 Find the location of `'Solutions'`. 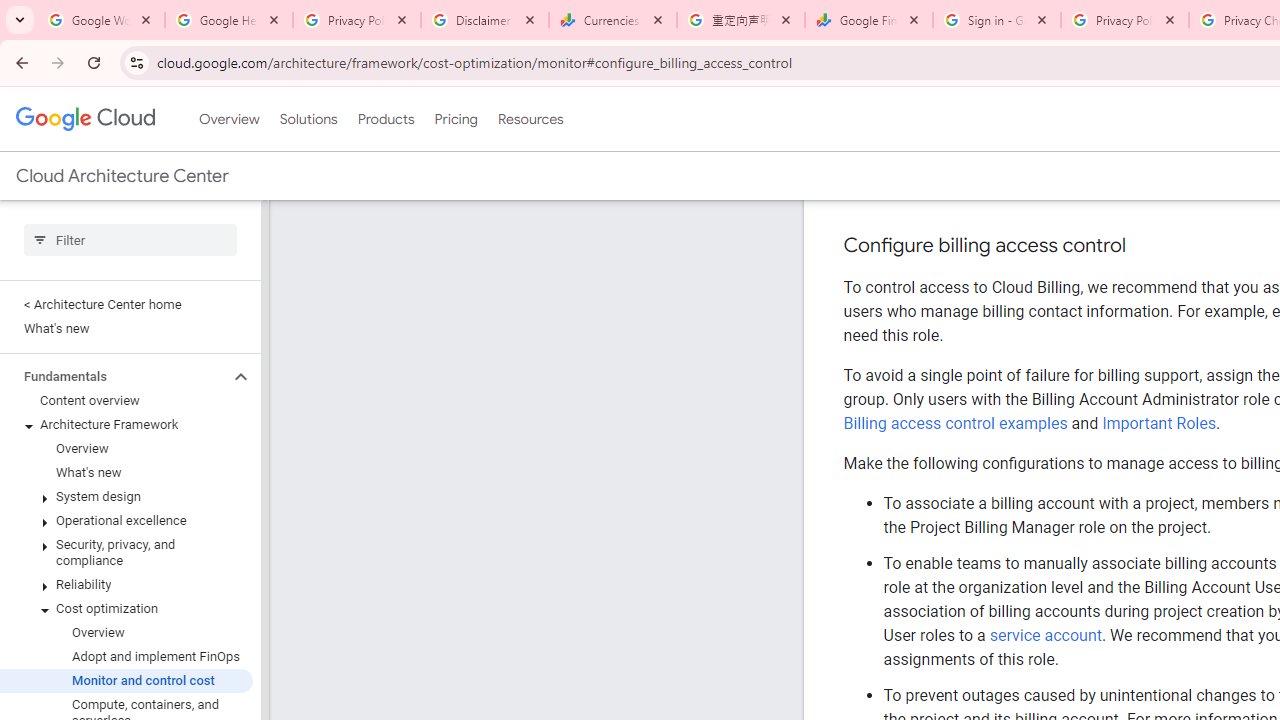

'Solutions' is located at coordinates (307, 119).